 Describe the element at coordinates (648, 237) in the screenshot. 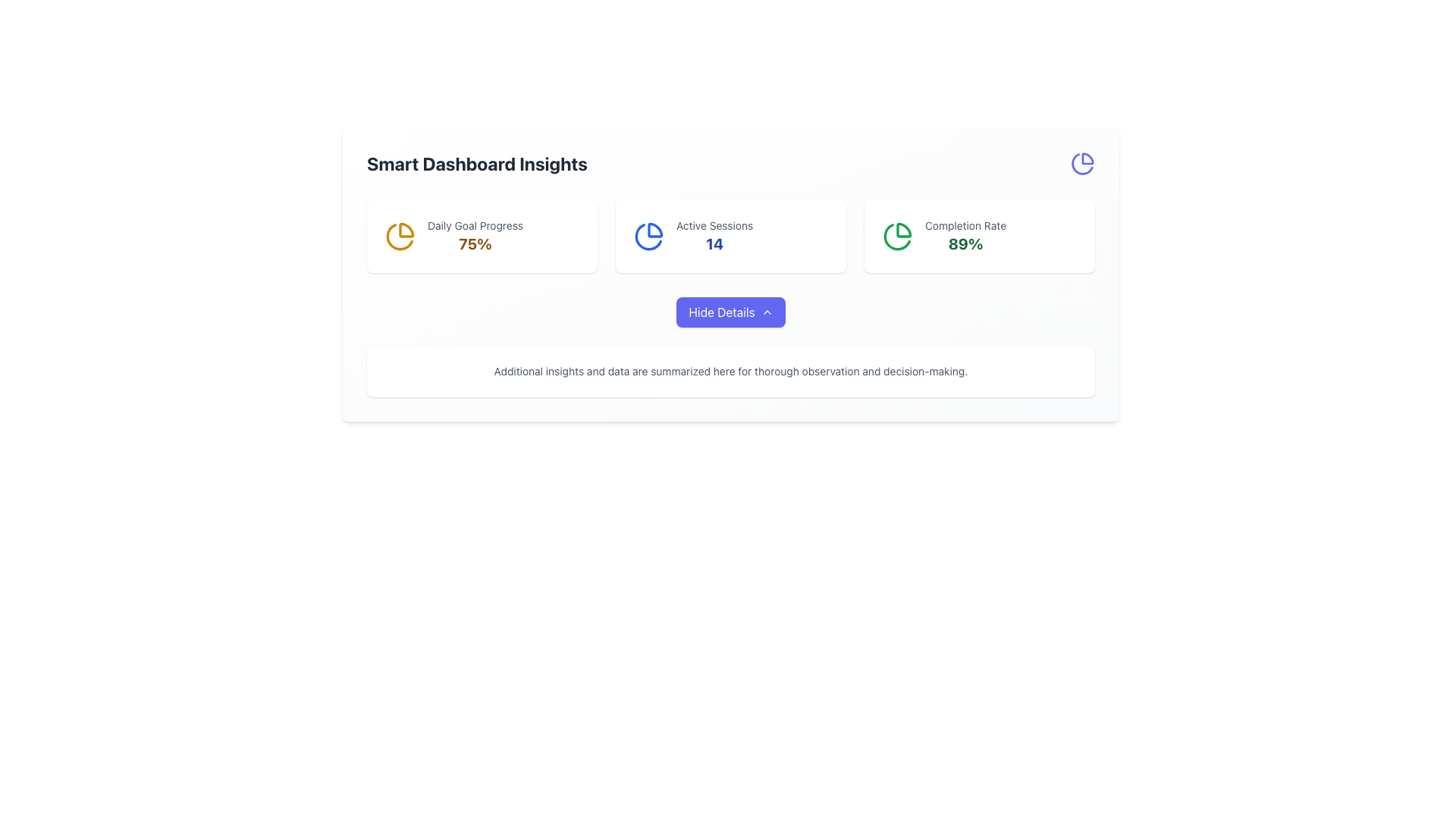

I see `the blue circular pie-chart icon associated with the 'Active Sessions' metric, located within the white card and aligned to the left of the text and number (14)` at that location.